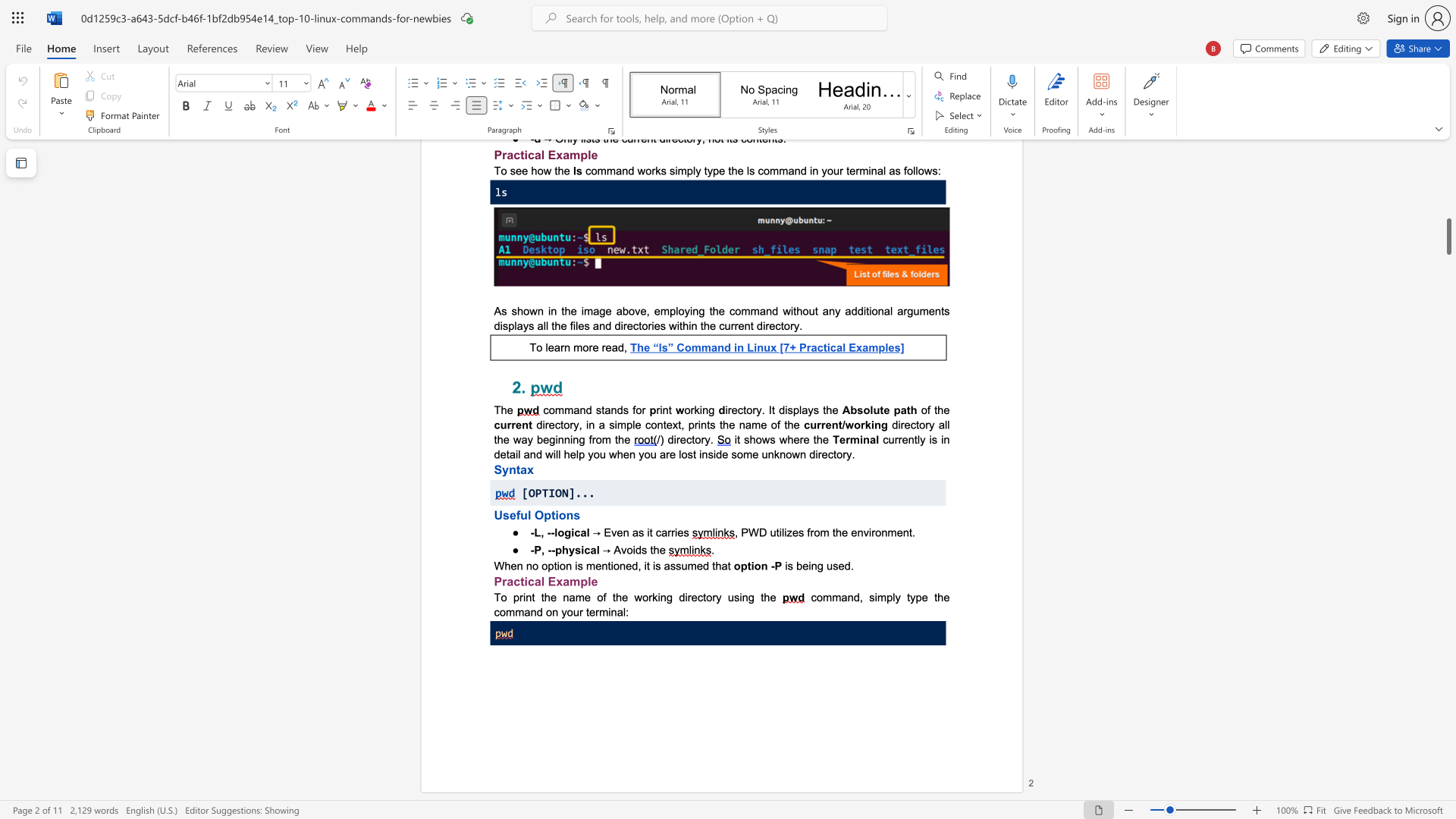  Describe the element at coordinates (815, 596) in the screenshot. I see `the subset text "om" within the text "command, simply type the command on your terminal:"` at that location.